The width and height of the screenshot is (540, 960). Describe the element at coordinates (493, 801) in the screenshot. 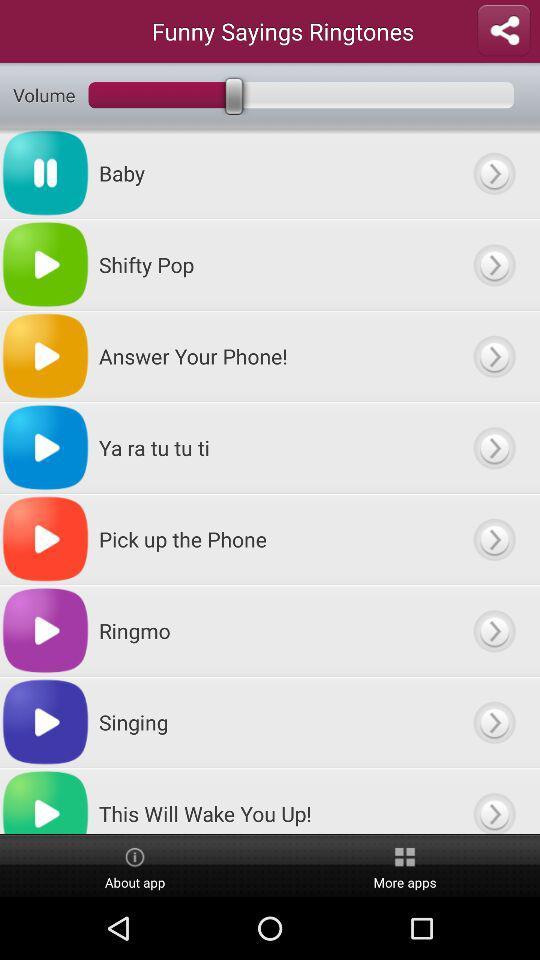

I see `advance to the right` at that location.